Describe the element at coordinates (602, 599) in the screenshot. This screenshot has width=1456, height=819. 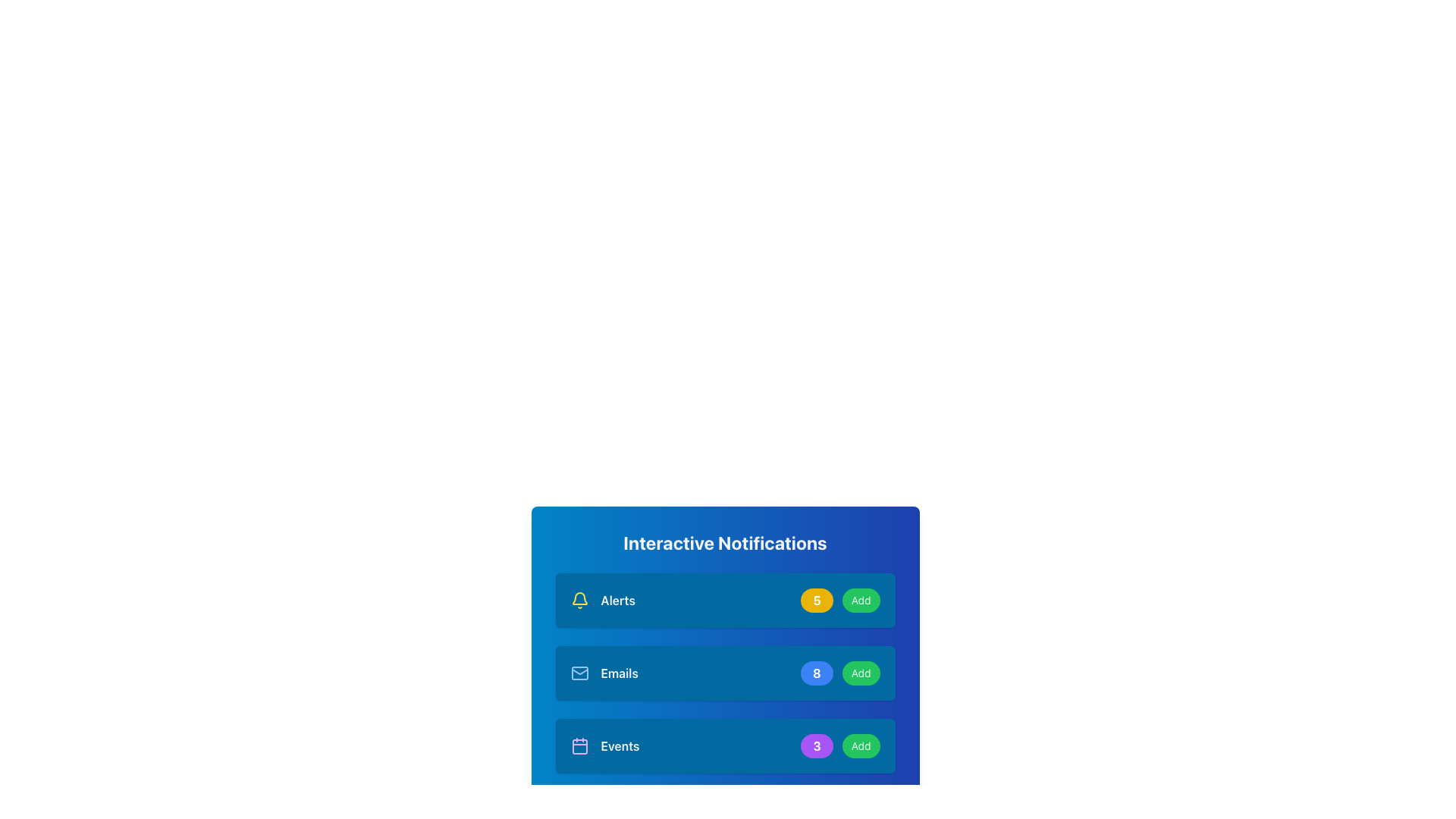
I see `the 'Alerts' label and icon pair, which is the first item in the notification panel and serves as a category title` at that location.